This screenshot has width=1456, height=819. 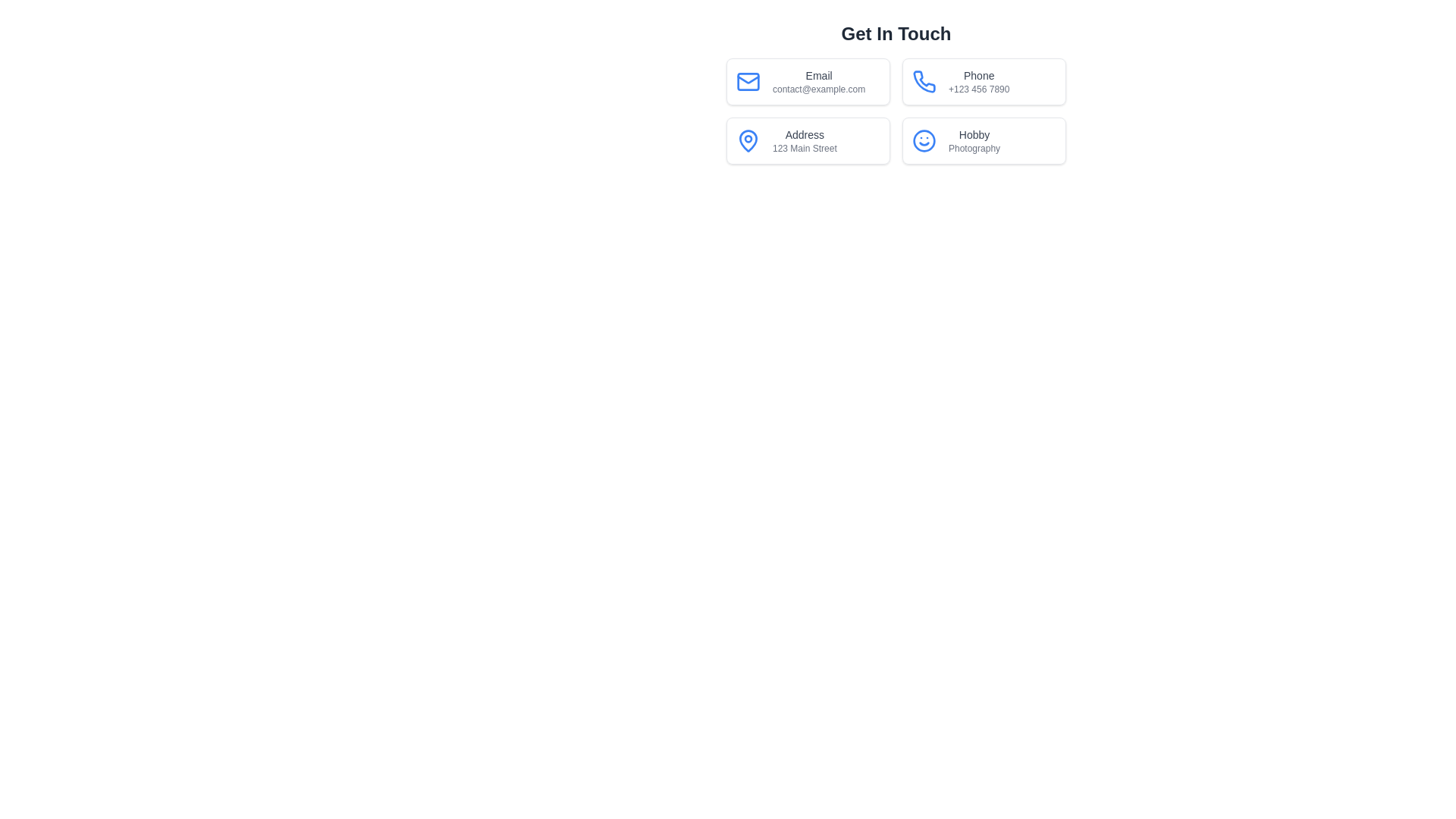 What do you see at coordinates (804, 133) in the screenshot?
I see `the 'Address' text label located in the second row, first column of the contact information grid` at bounding box center [804, 133].